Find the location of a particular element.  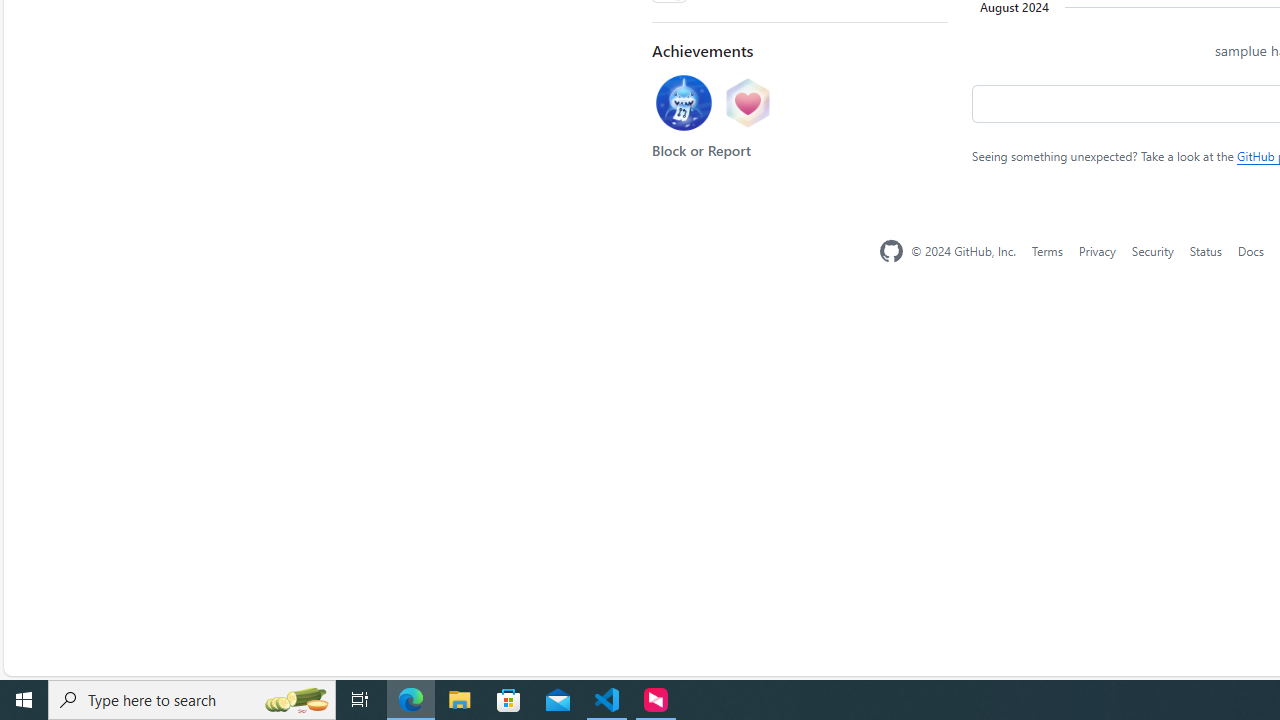

'Security' is located at coordinates (1152, 249).